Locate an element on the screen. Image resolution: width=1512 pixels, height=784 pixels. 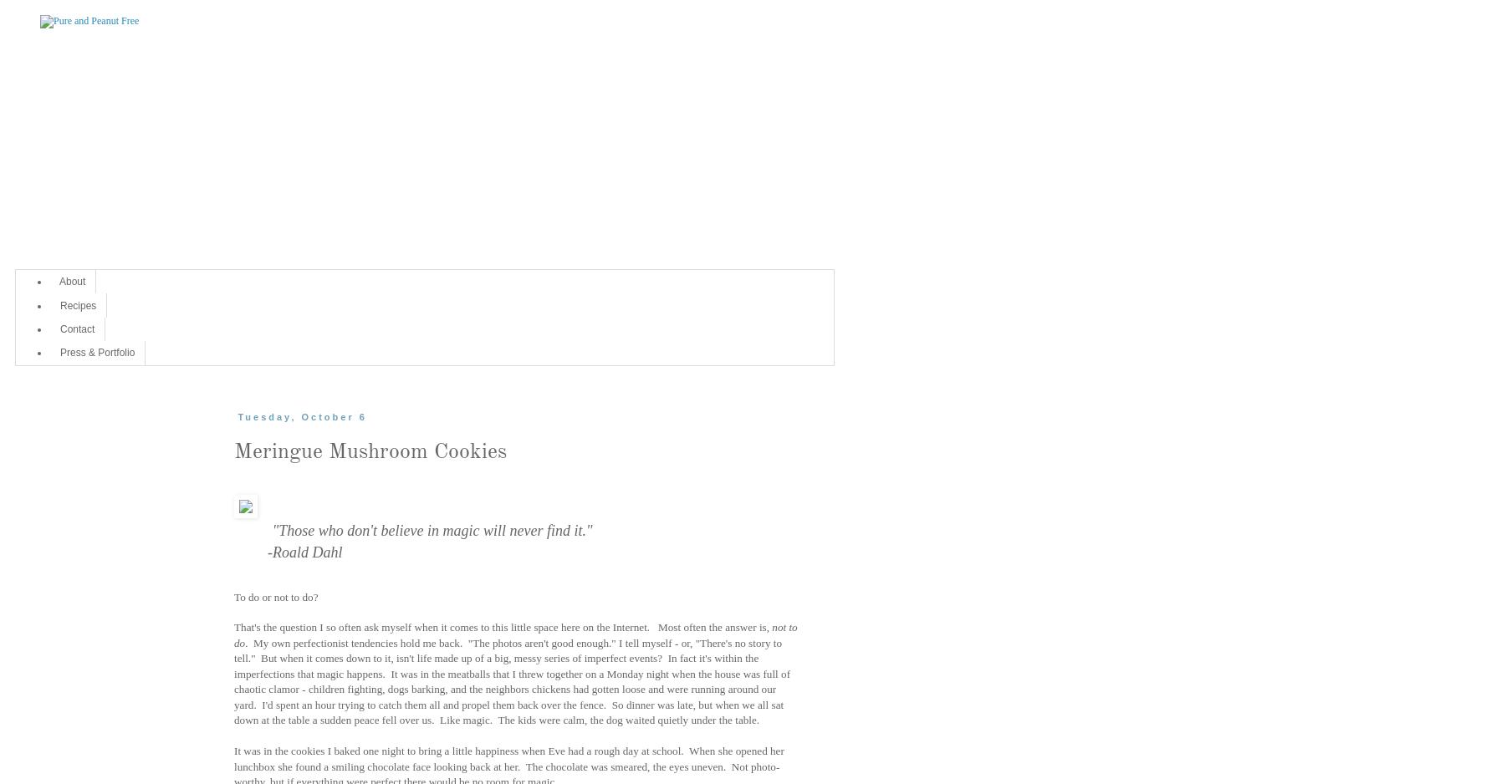
'not to do' is located at coordinates (515, 634).